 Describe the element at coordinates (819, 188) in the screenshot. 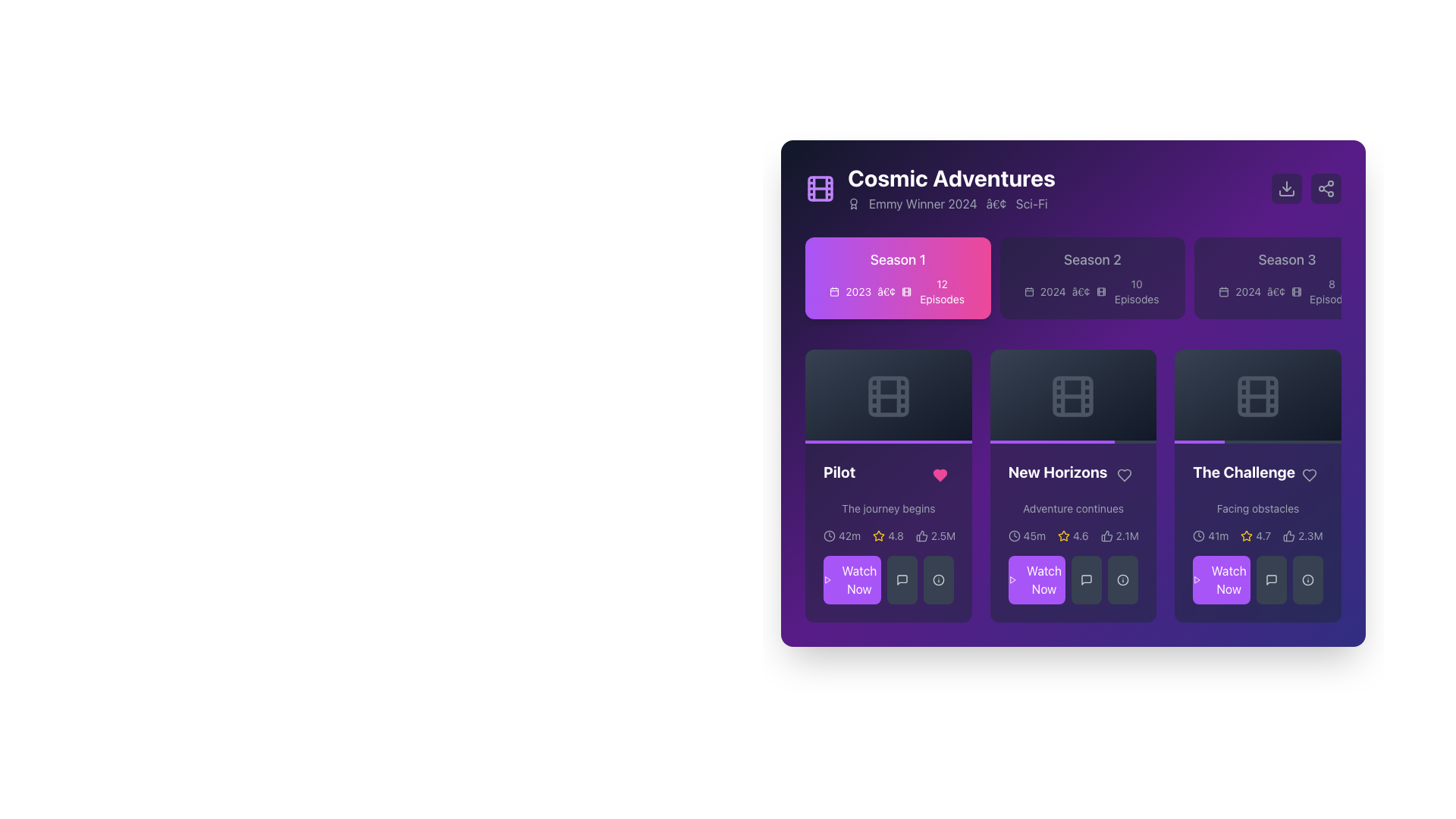

I see `the graphical icon component, which is a square with a dark background and rounded corners, located within a purple film strip icon in the top left corner of the interface` at that location.